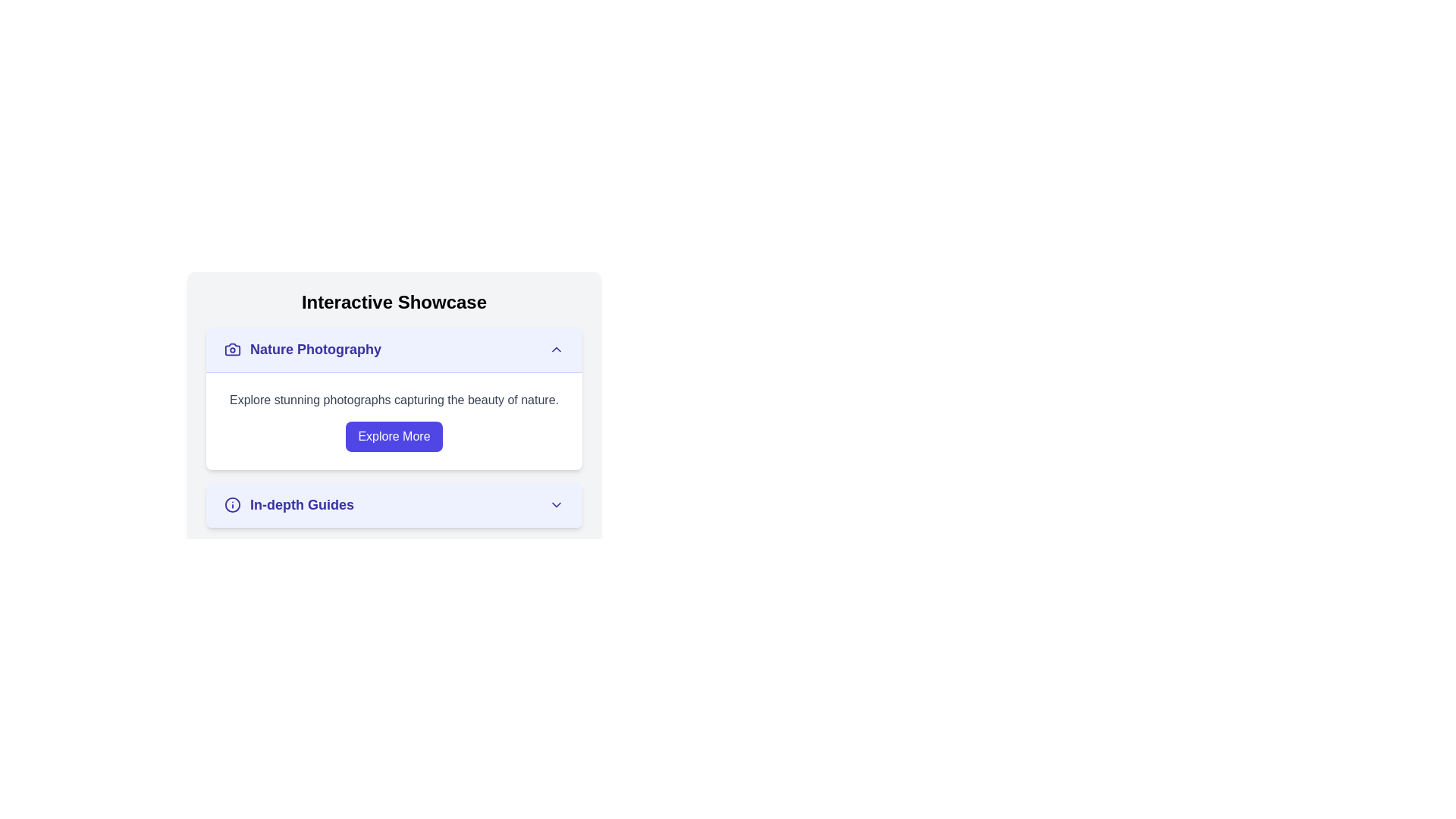  What do you see at coordinates (232, 505) in the screenshot?
I see `the information icon adjacent to the text 'In-depth Guides' located in the 'Interactive Showcase' section` at bounding box center [232, 505].